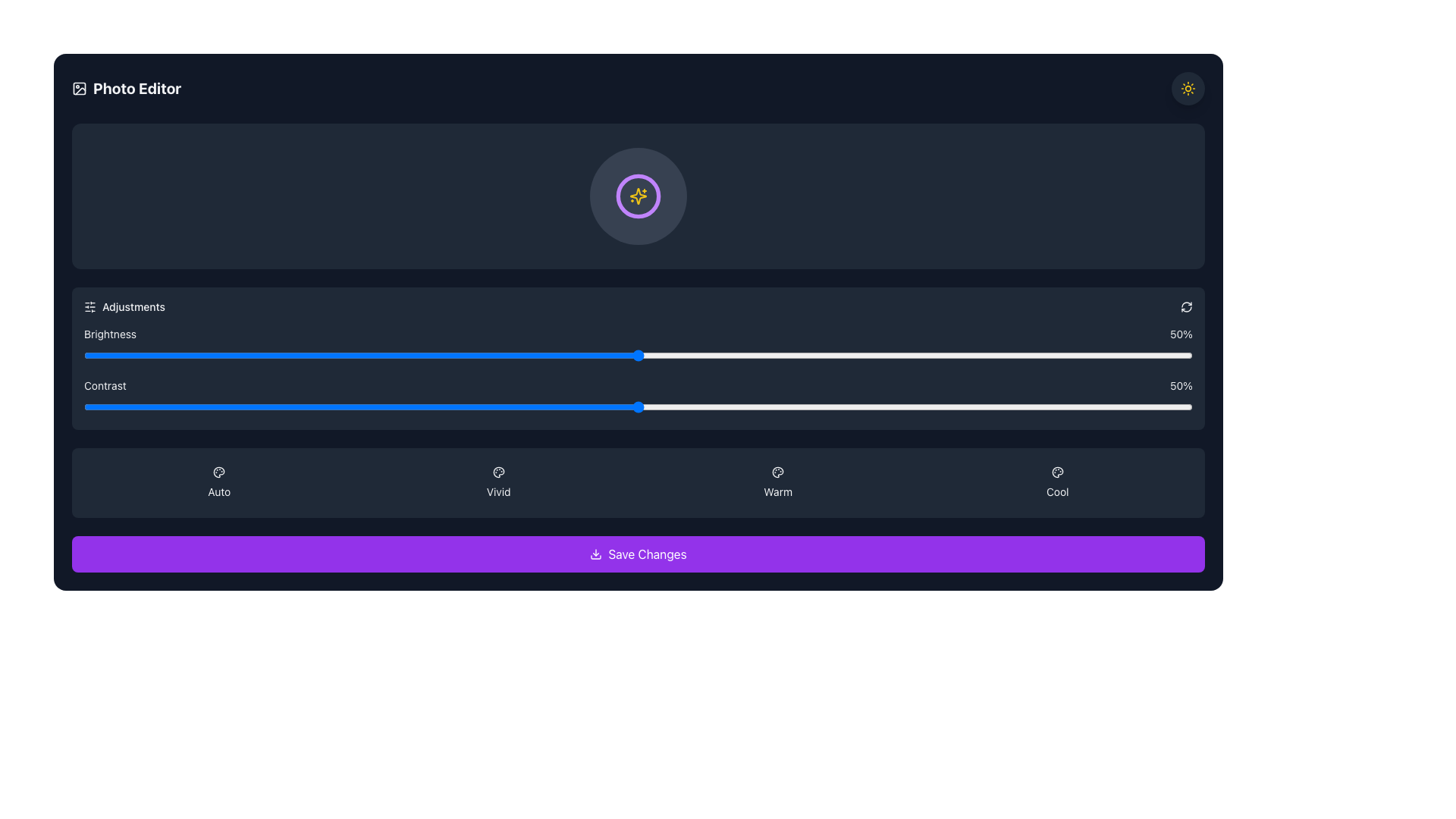 Image resolution: width=1456 pixels, height=819 pixels. What do you see at coordinates (79, 88) in the screenshot?
I see `the decorative icon representing the photo editing functionality located to the left of the 'Photo Editor' text in the top row of the interface header` at bounding box center [79, 88].